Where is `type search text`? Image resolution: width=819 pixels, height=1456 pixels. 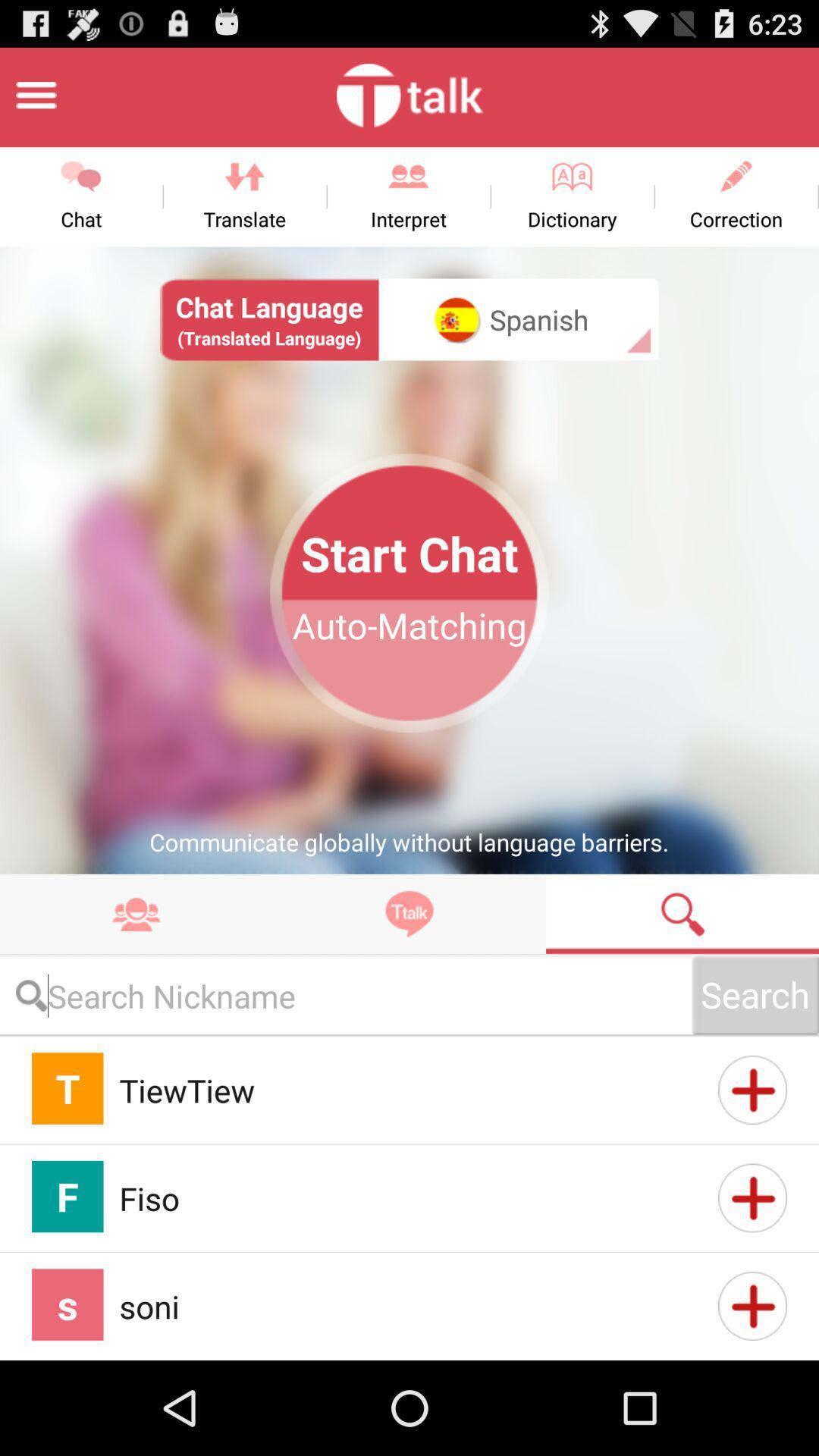
type search text is located at coordinates (345, 996).